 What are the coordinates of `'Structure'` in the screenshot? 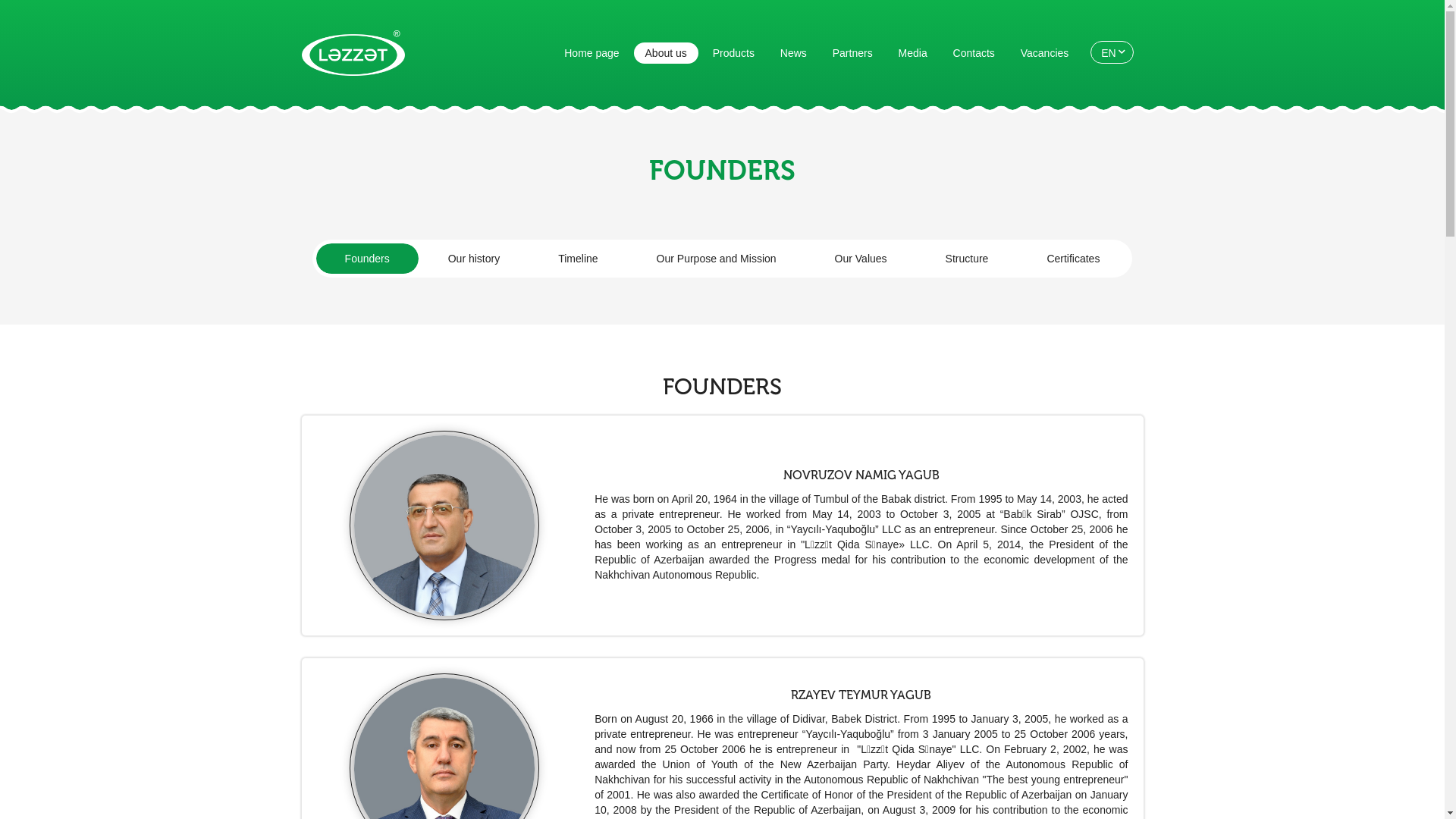 It's located at (966, 257).